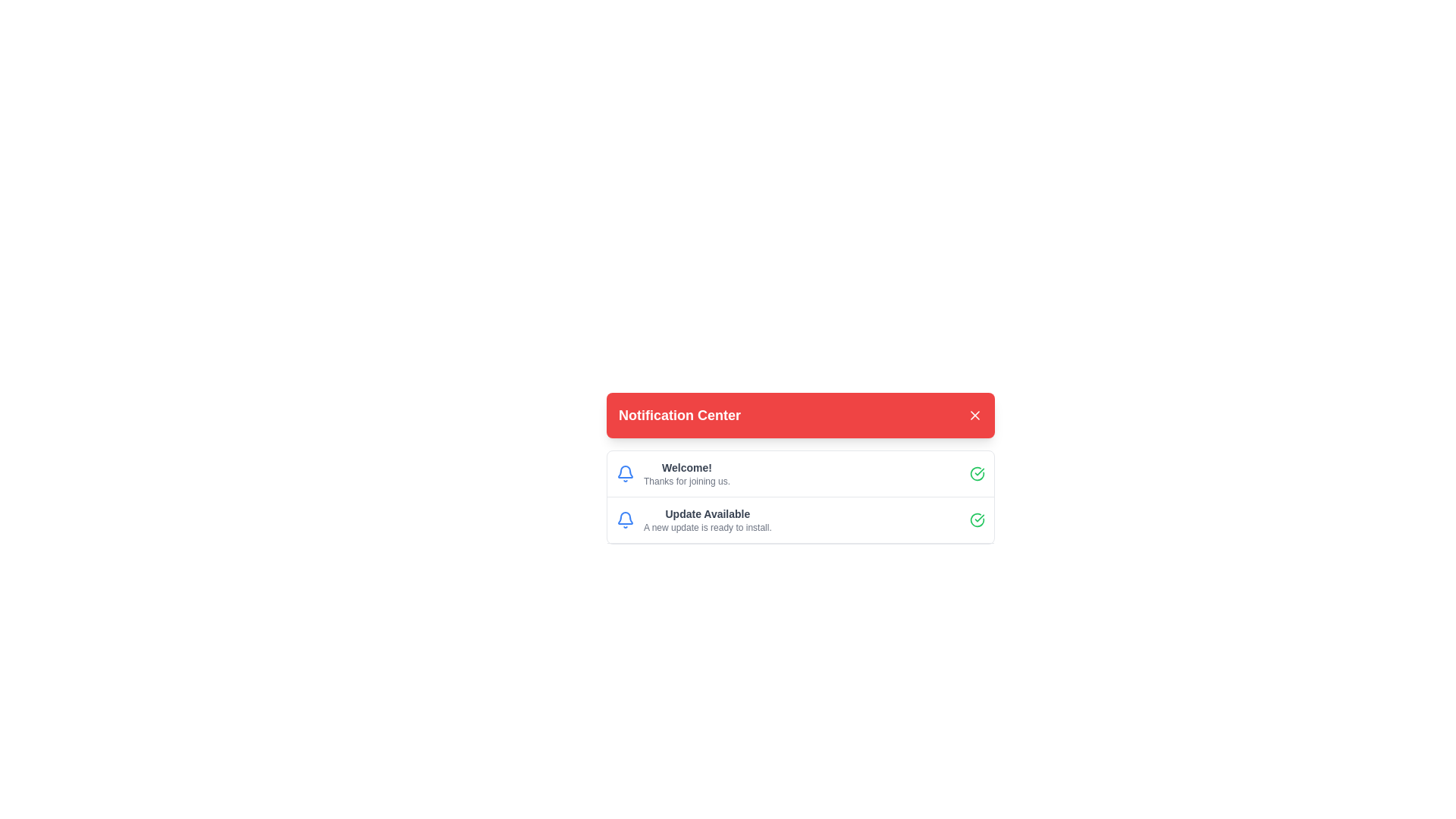 The width and height of the screenshot is (1456, 819). What do you see at coordinates (707, 519) in the screenshot?
I see `the text block notification containing the heading 'Update Available' and the message 'A new update is ready to install.' in the Notification Center` at bounding box center [707, 519].